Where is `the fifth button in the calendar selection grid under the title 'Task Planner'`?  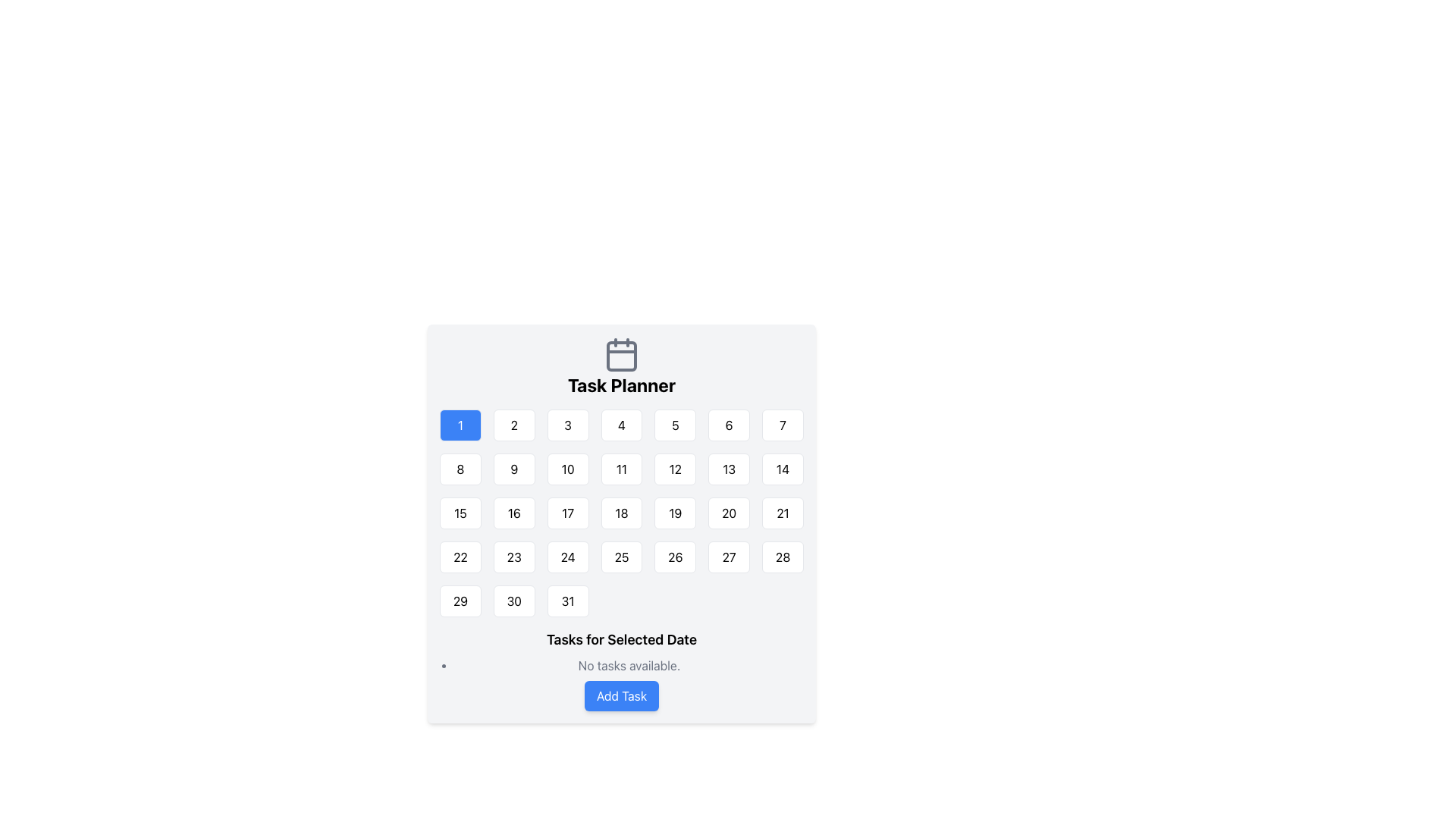 the fifth button in the calendar selection grid under the title 'Task Planner' is located at coordinates (674, 425).